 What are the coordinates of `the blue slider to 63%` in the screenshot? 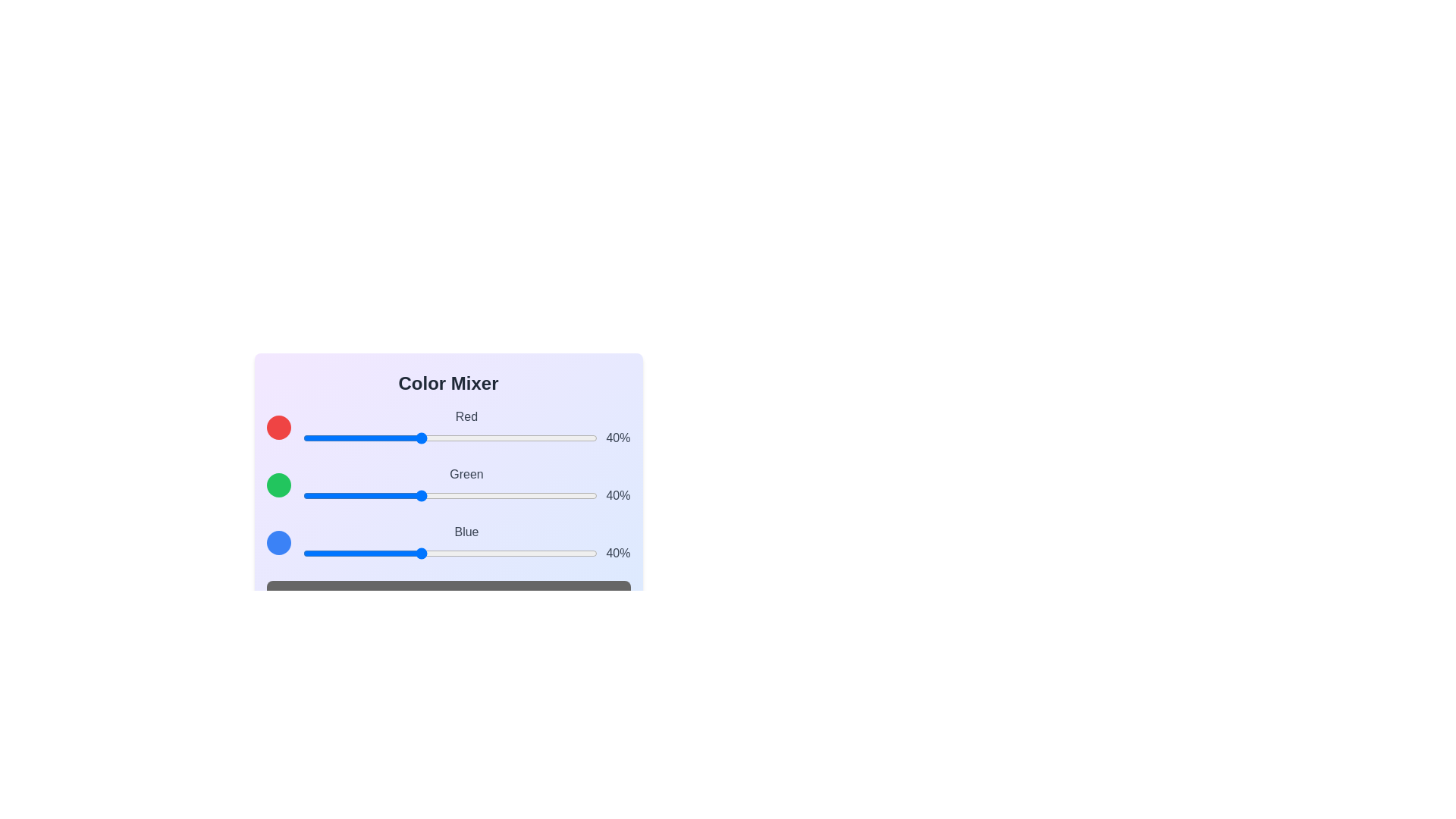 It's located at (488, 553).